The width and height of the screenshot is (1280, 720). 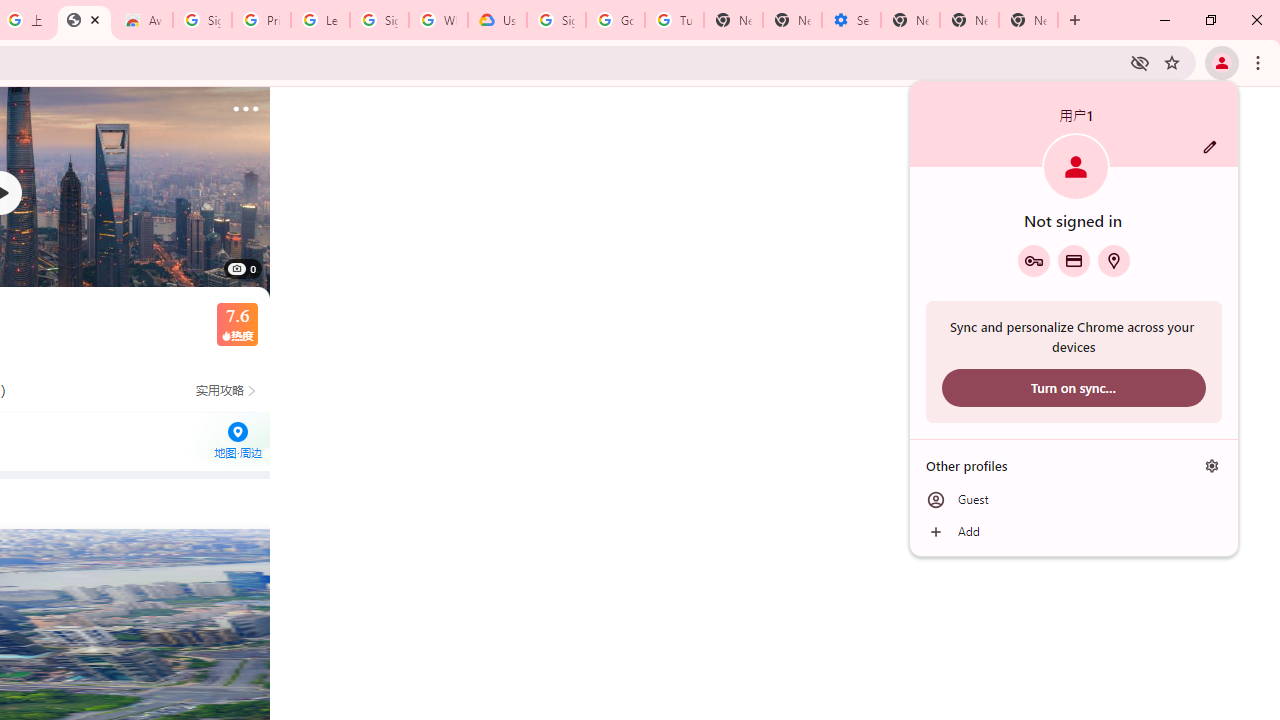 I want to click on 'Google Password Manager', so click(x=1033, y=260).